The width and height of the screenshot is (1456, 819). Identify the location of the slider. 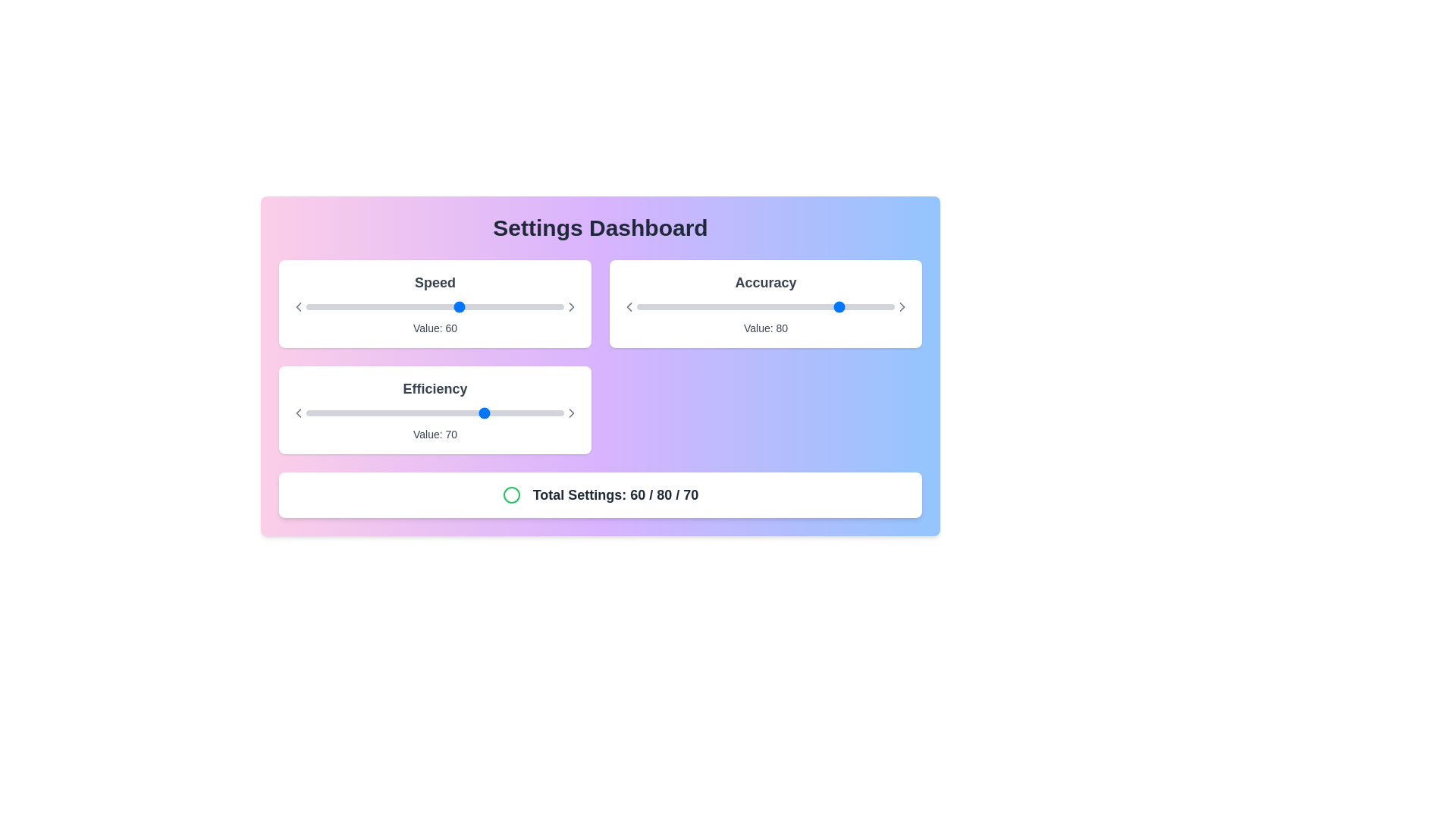
(336, 307).